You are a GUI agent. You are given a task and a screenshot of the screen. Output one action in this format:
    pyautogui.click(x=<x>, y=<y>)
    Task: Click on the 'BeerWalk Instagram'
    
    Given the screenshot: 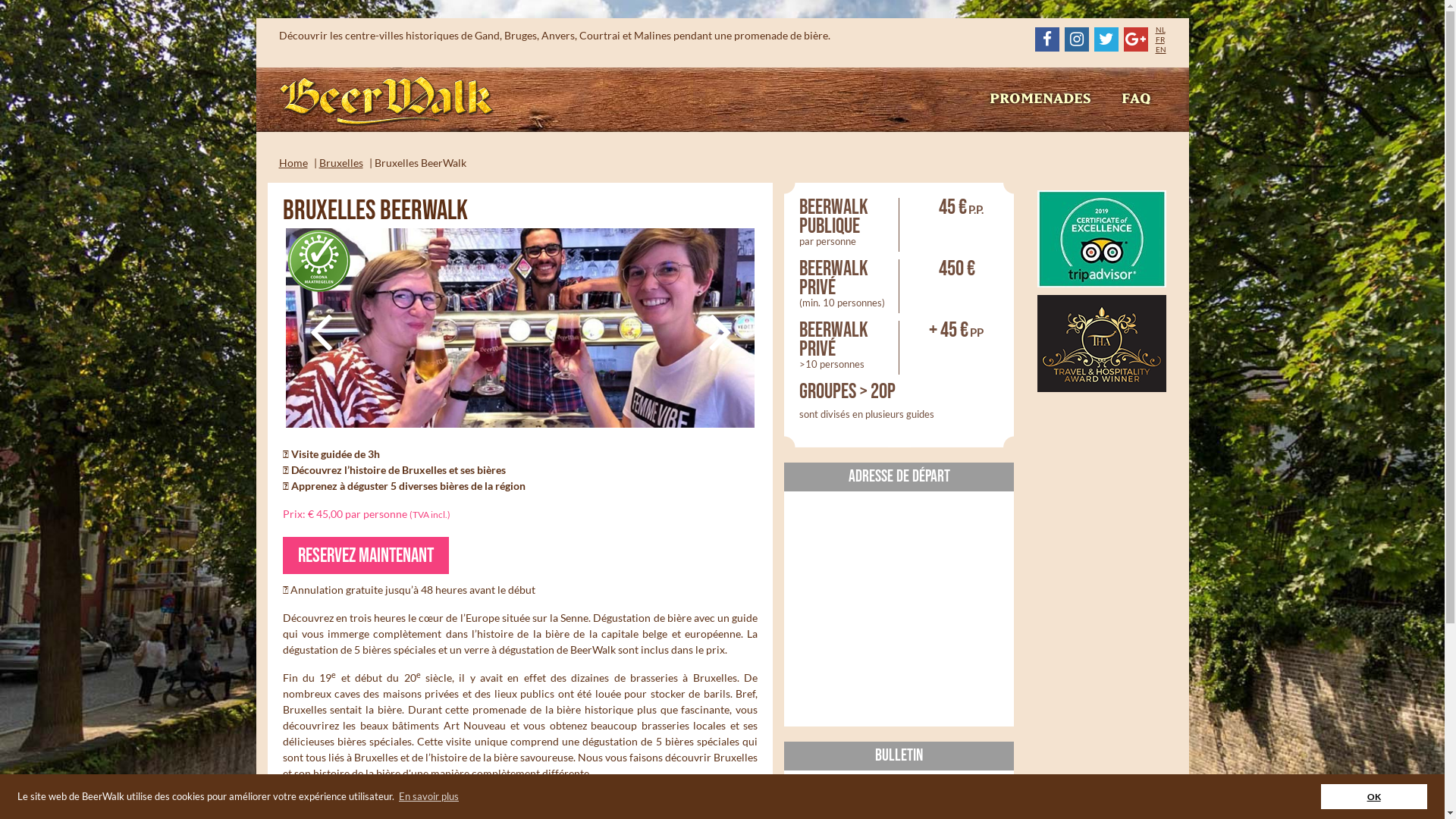 What is the action you would take?
    pyautogui.click(x=1076, y=38)
    